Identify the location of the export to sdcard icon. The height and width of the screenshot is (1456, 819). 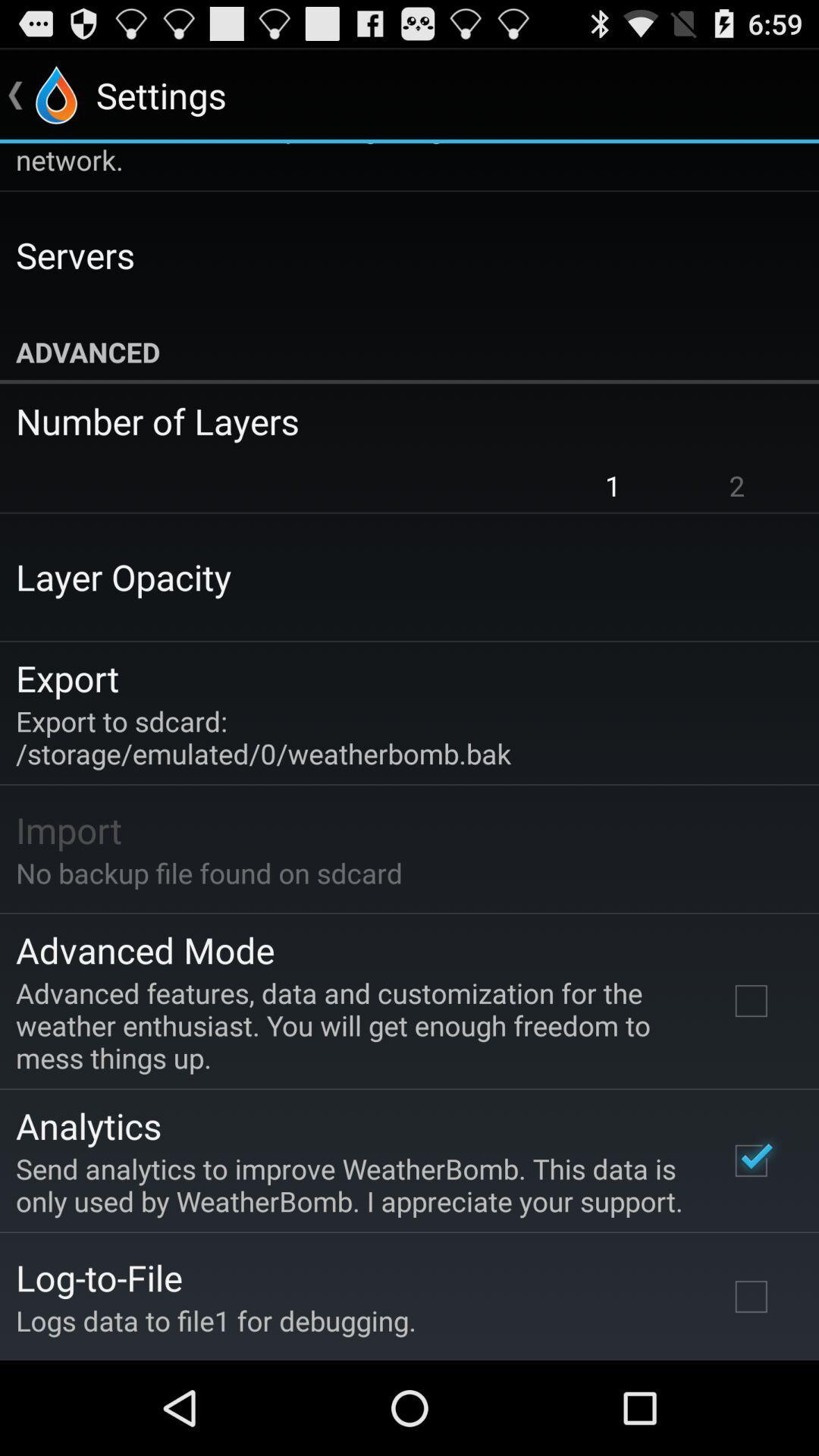
(262, 737).